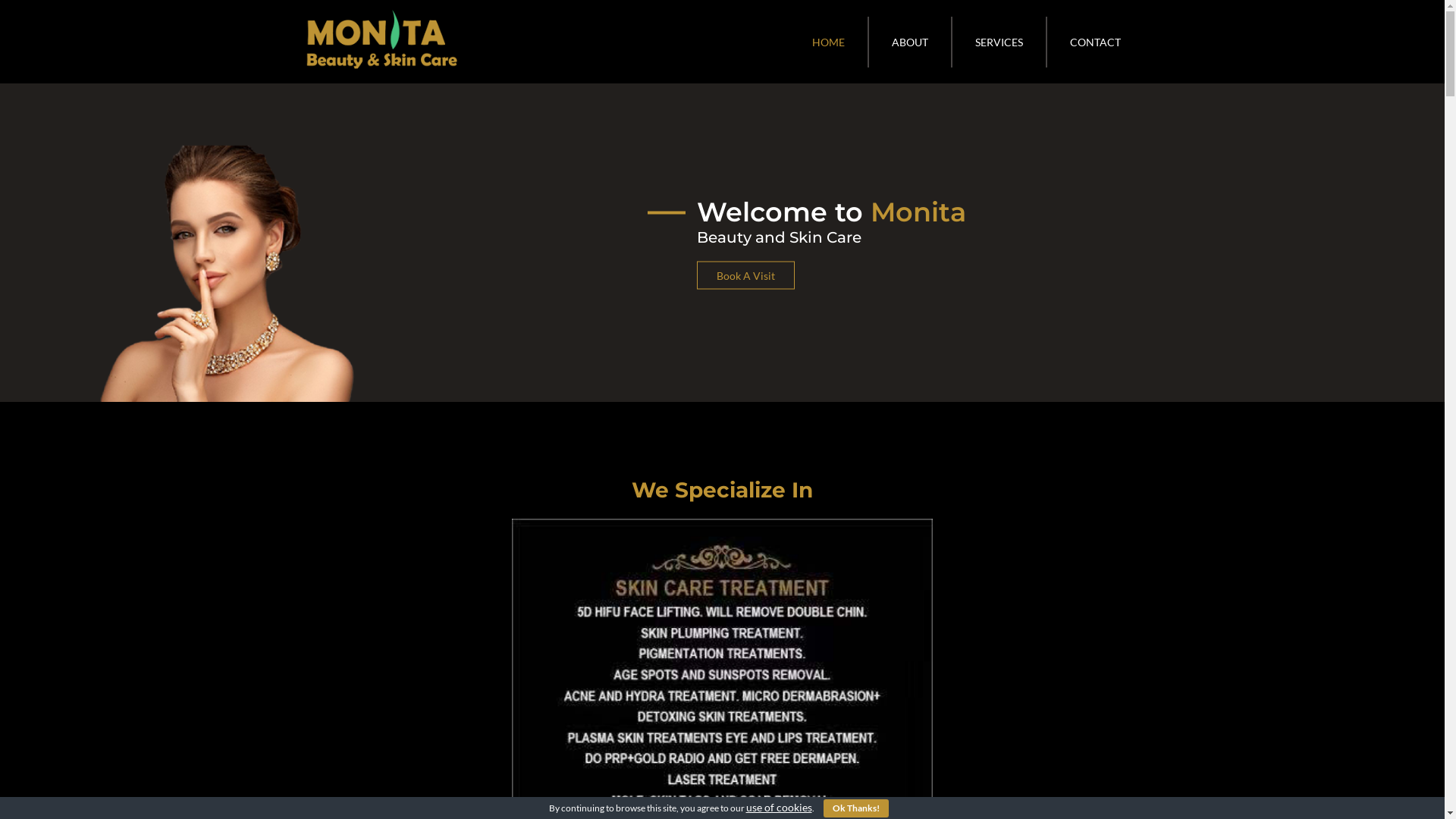  I want to click on 'SERVICES', so click(999, 41).